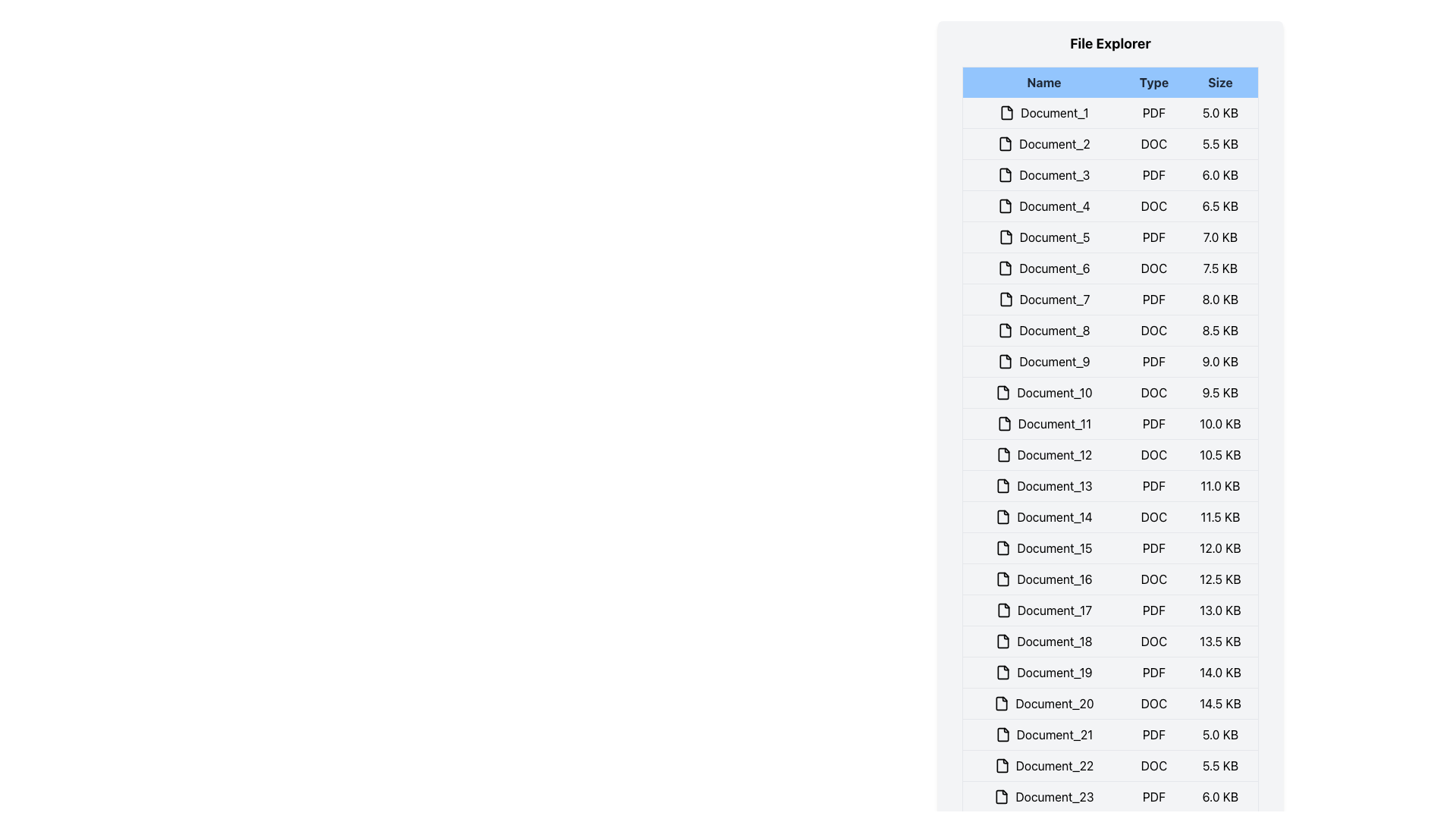  What do you see at coordinates (1003, 548) in the screenshot?
I see `the decorative document icon located to the immediate left of the 'Document_15' text label in the file explorer layout` at bounding box center [1003, 548].